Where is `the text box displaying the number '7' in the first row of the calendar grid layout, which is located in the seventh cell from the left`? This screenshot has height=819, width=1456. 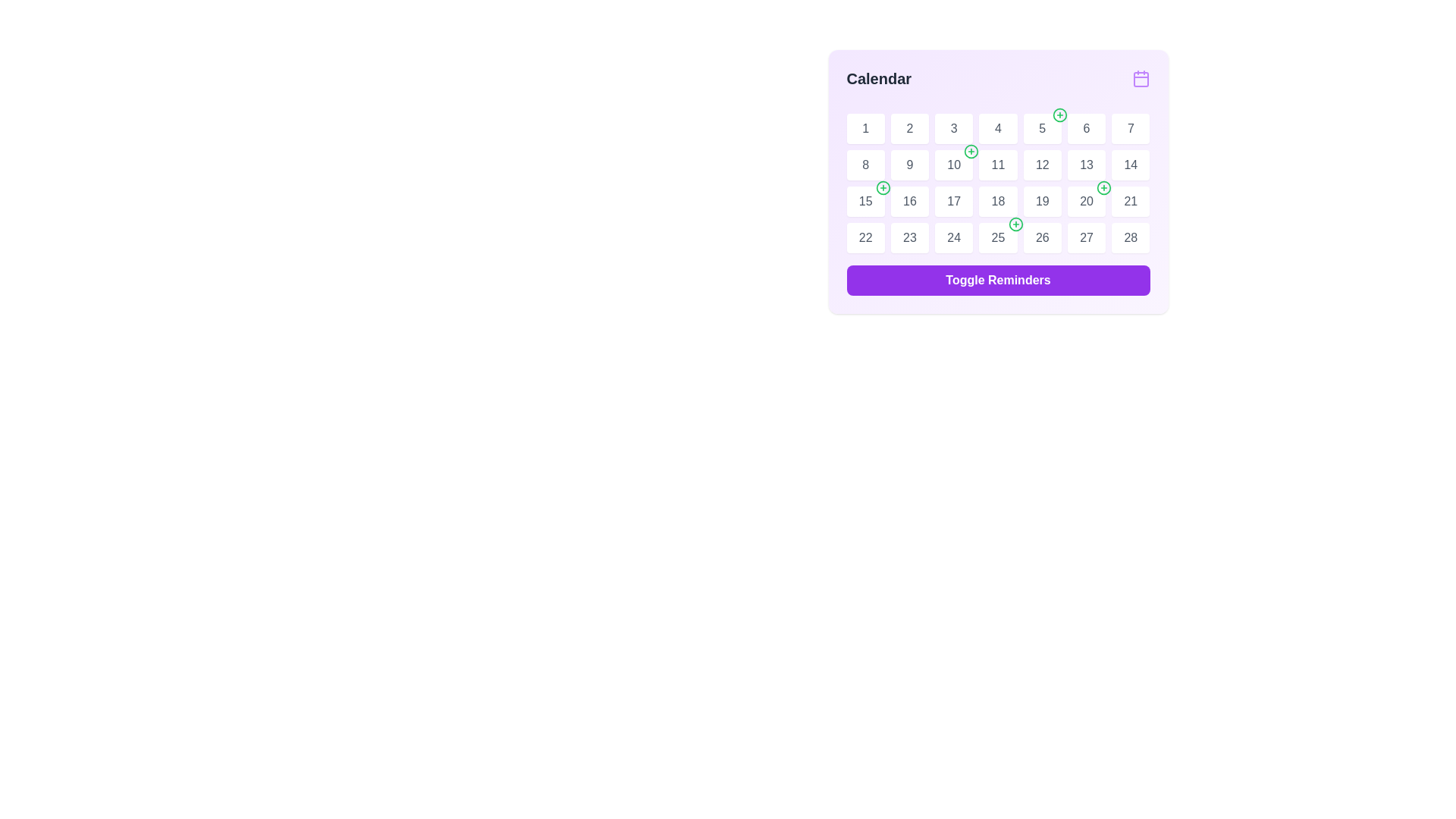 the text box displaying the number '7' in the first row of the calendar grid layout, which is located in the seventh cell from the left is located at coordinates (1131, 127).